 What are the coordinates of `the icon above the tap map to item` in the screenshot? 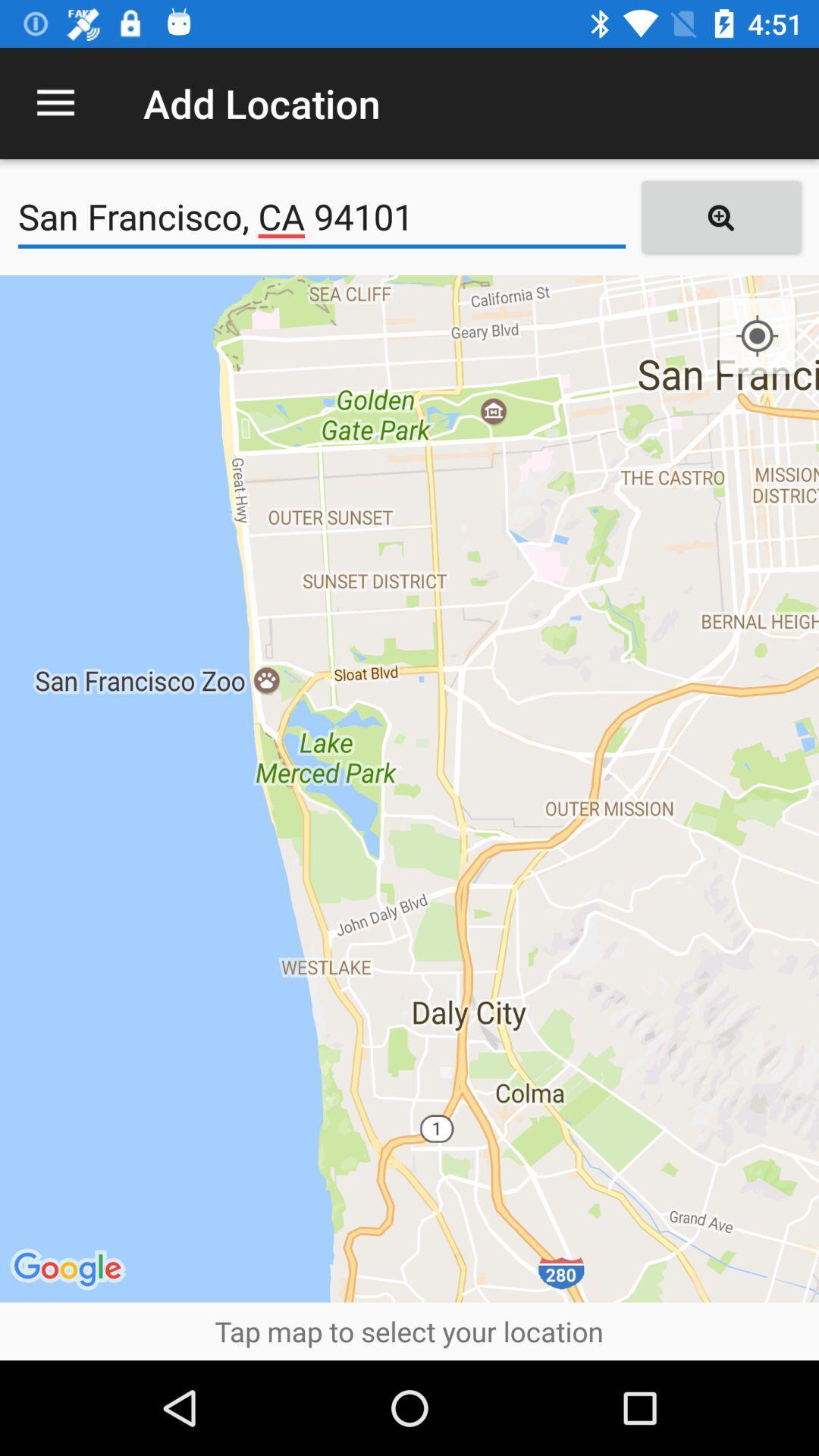 It's located at (409, 789).